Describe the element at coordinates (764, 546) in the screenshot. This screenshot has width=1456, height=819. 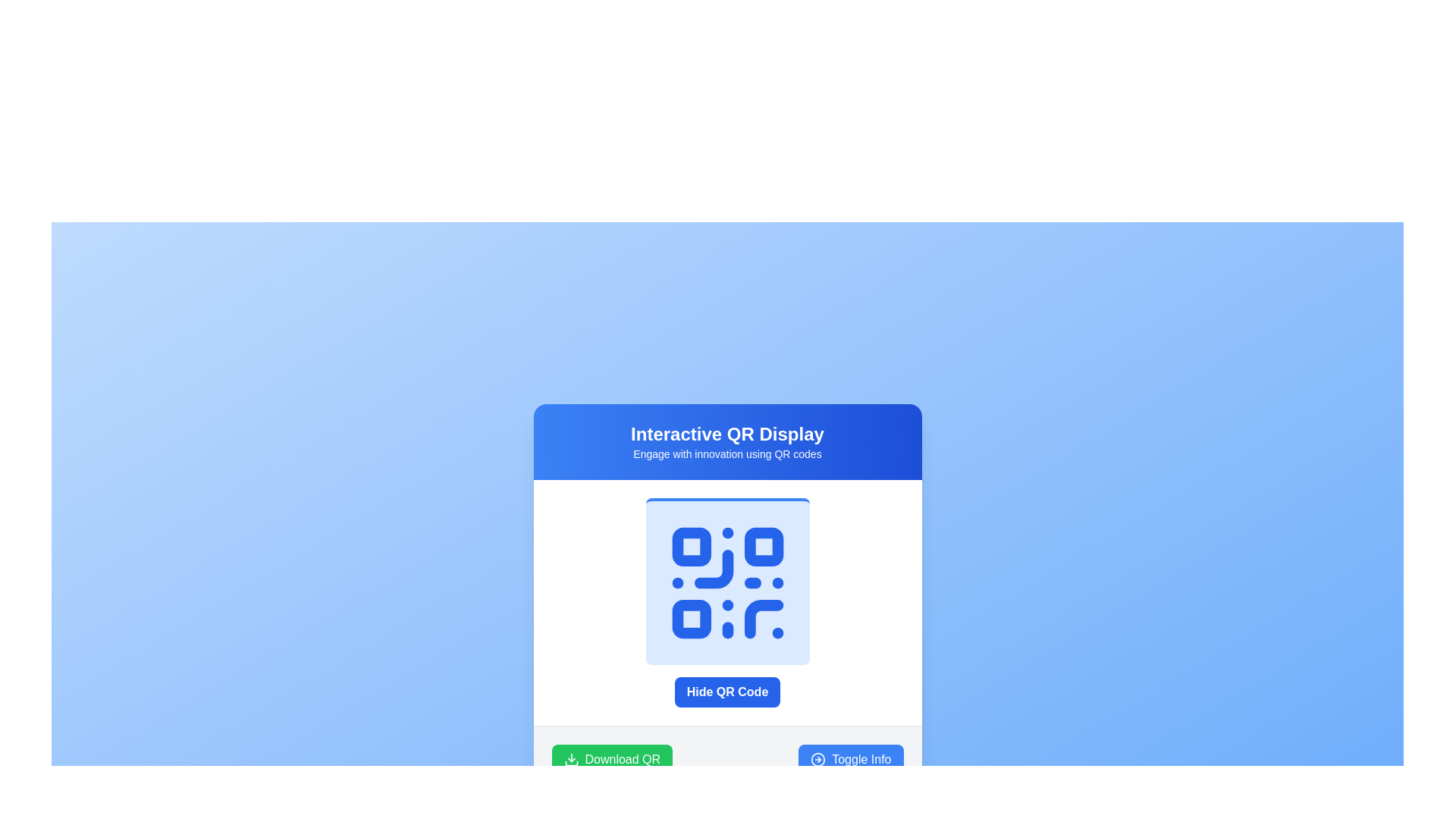
I see `the second square in the top row of the QR code design, which is a decorative graphic element contributing to its visual pattern` at that location.